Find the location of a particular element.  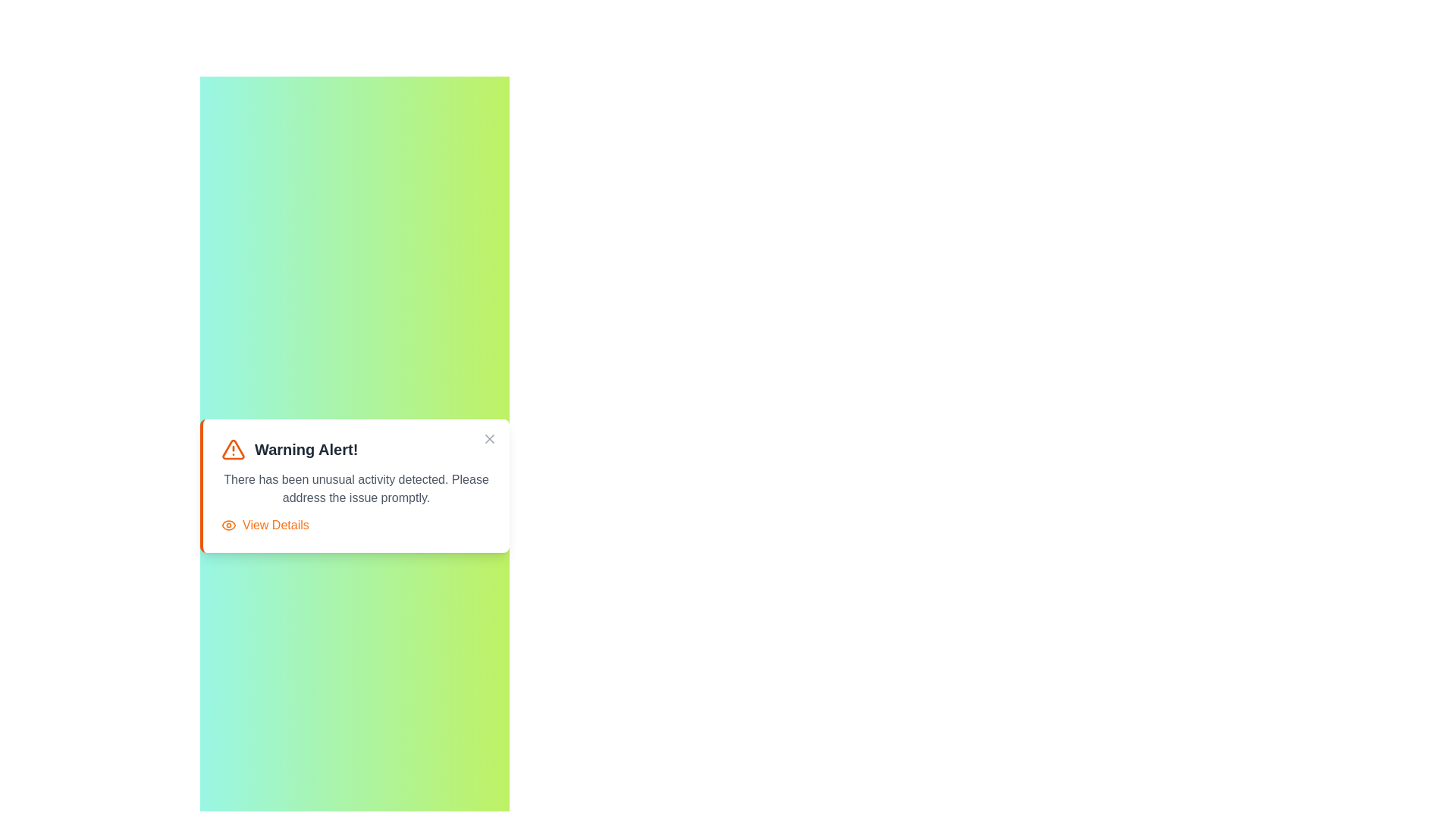

the 'View Details' button to toggle the visibility of details is located at coordinates (265, 525).